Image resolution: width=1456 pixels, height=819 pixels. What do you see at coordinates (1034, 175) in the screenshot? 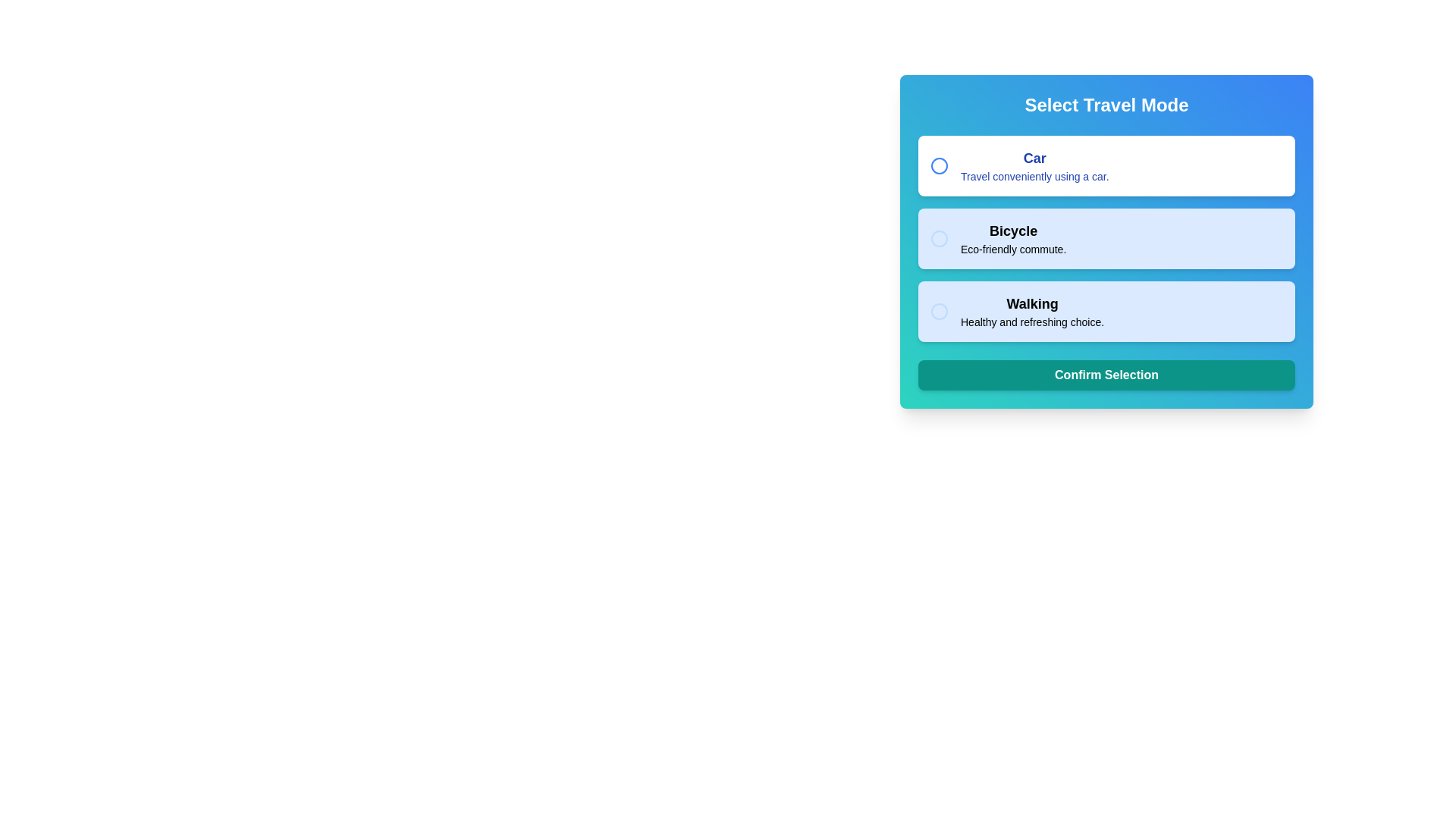
I see `the text label component that provides descriptive information about the 'Car' travel mode, located below the bold 'Car' label within a card with a blue gradient background` at bounding box center [1034, 175].